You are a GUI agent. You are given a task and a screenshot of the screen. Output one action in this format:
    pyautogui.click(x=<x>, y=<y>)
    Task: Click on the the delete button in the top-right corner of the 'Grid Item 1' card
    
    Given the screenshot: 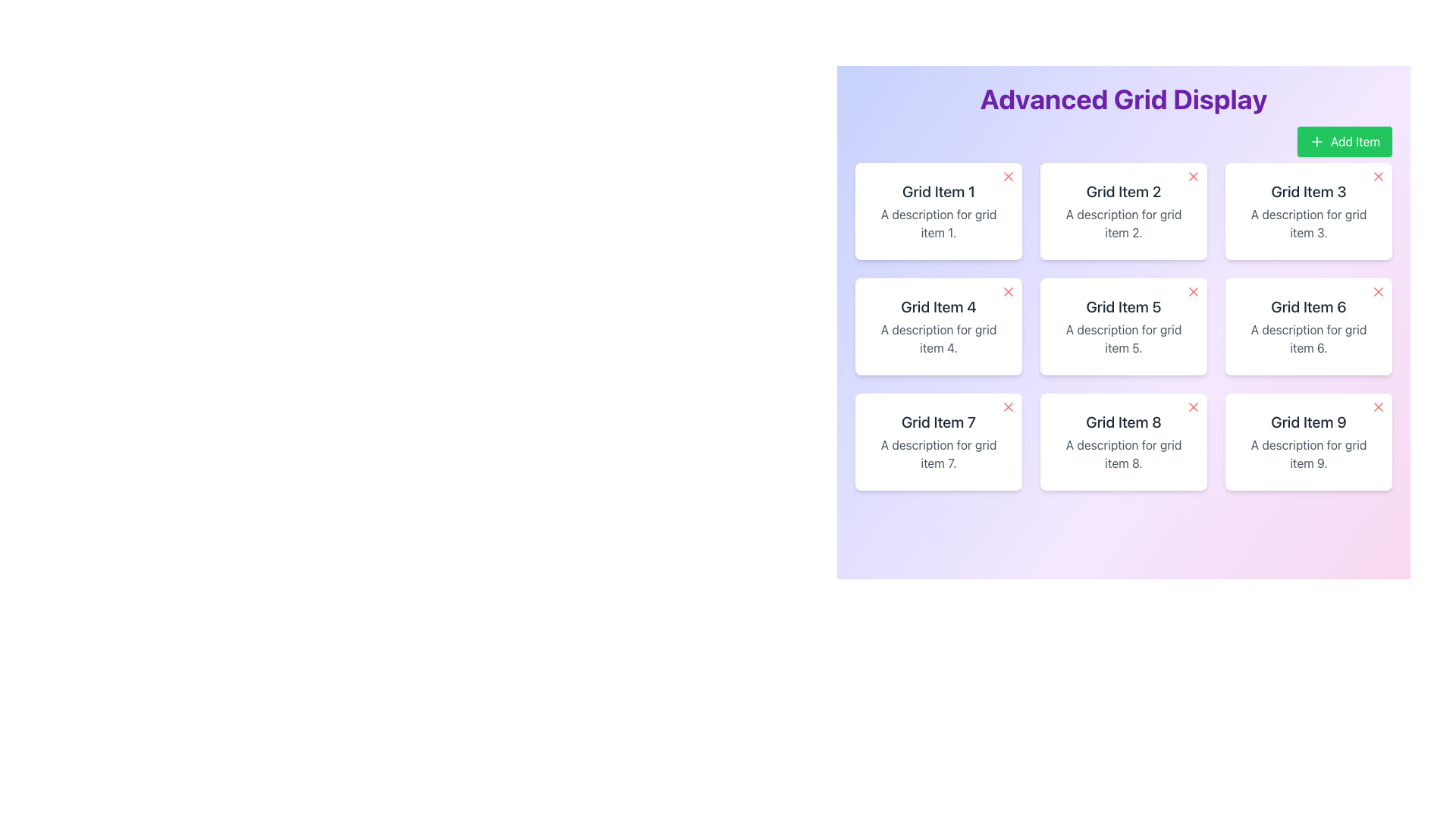 What is the action you would take?
    pyautogui.click(x=1008, y=175)
    